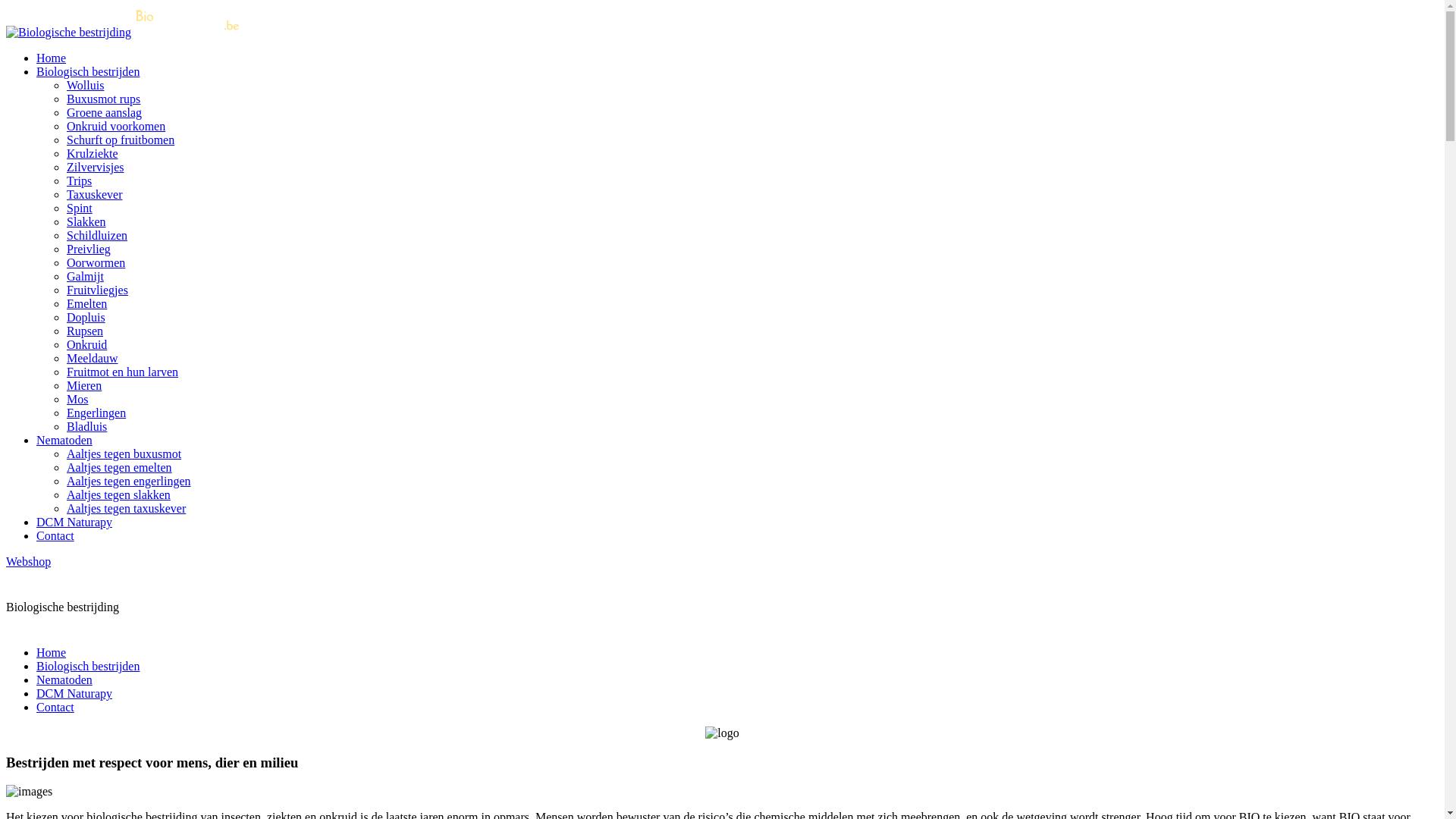 This screenshot has height=819, width=1456. Describe the element at coordinates (65, 508) in the screenshot. I see `'Aaltjes tegen taxuskever'` at that location.